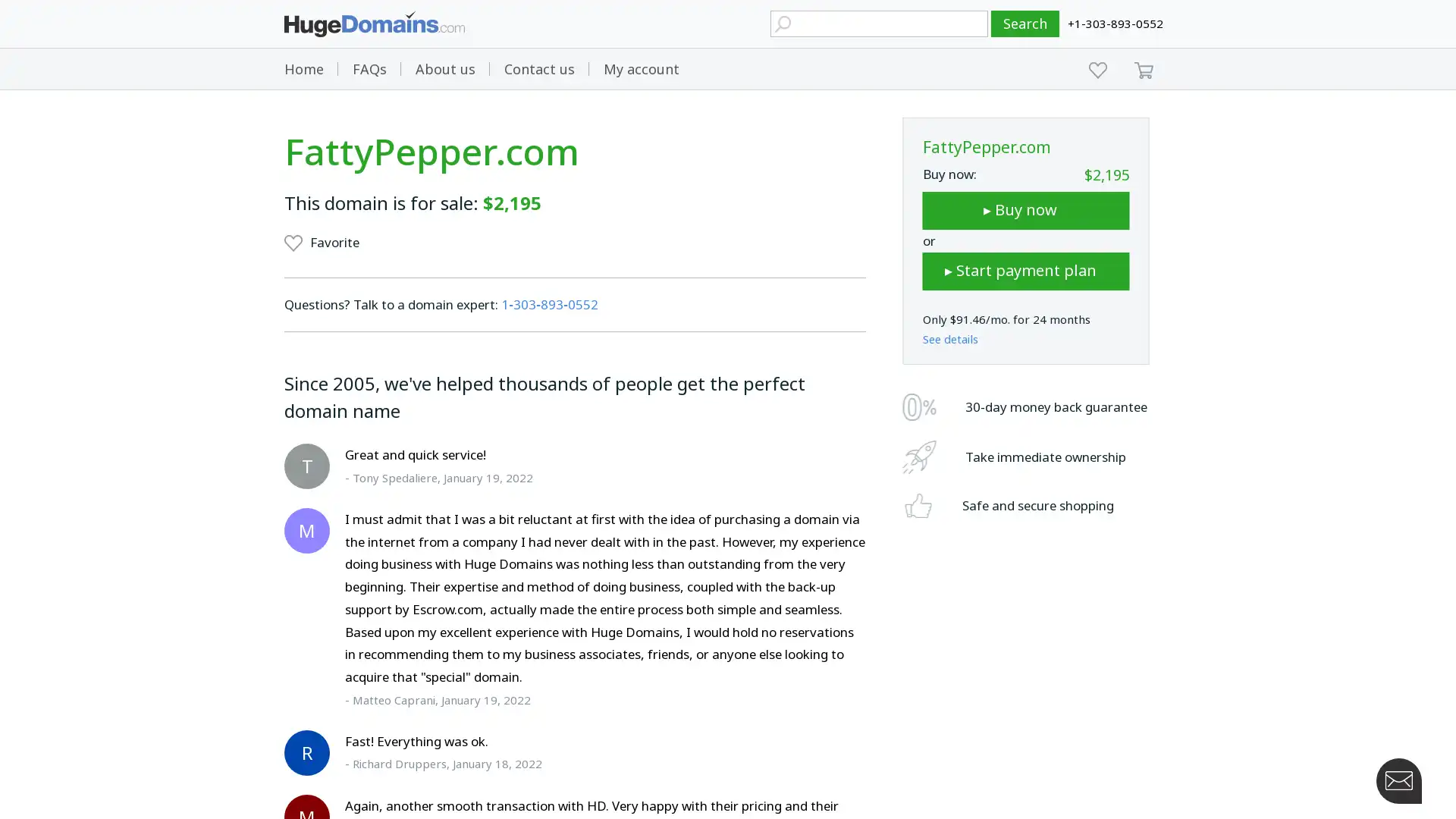 This screenshot has width=1456, height=819. What do you see at coordinates (1025, 24) in the screenshot?
I see `Search` at bounding box center [1025, 24].